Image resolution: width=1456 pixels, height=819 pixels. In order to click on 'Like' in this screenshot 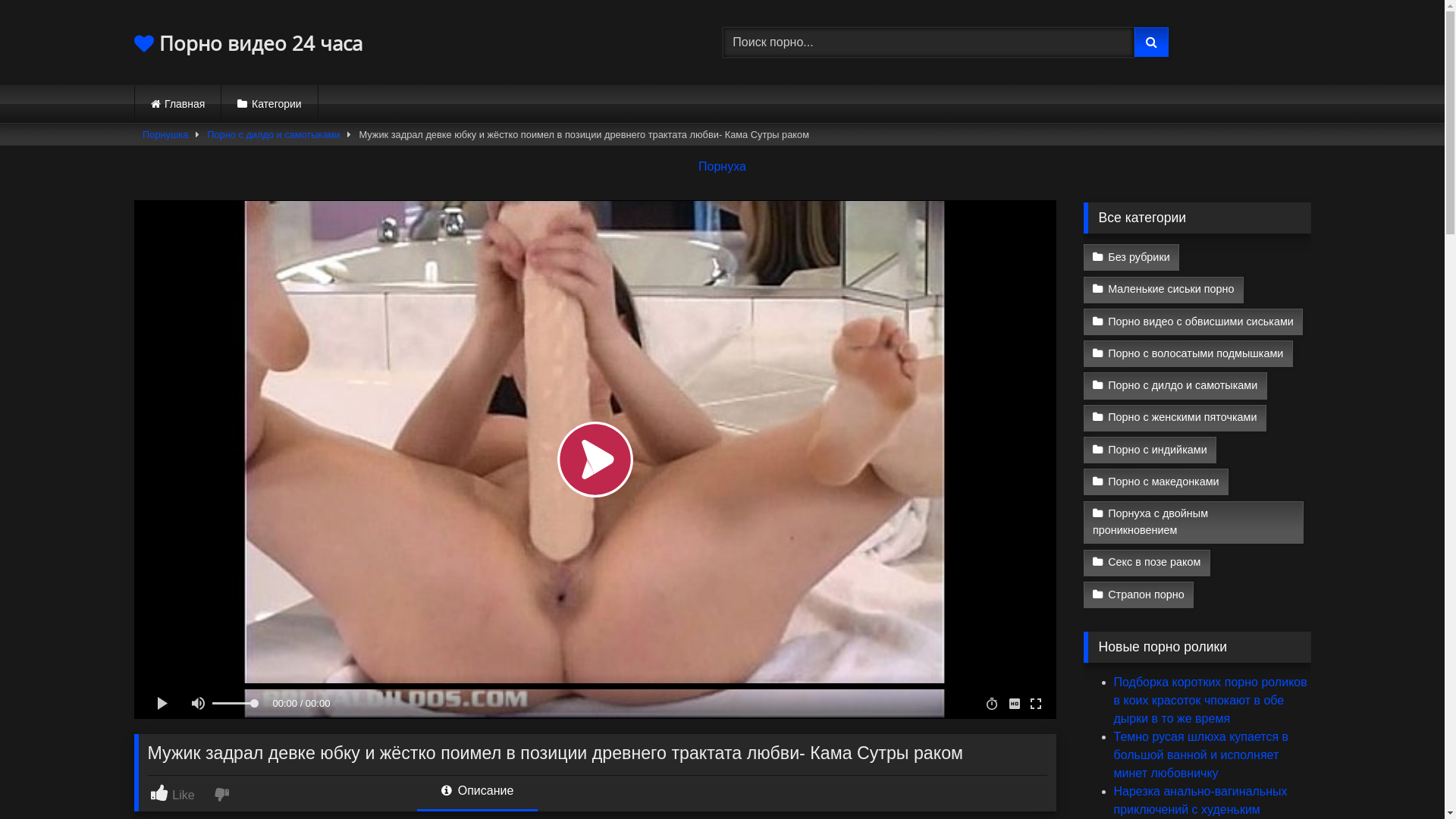, I will do `click(149, 792)`.